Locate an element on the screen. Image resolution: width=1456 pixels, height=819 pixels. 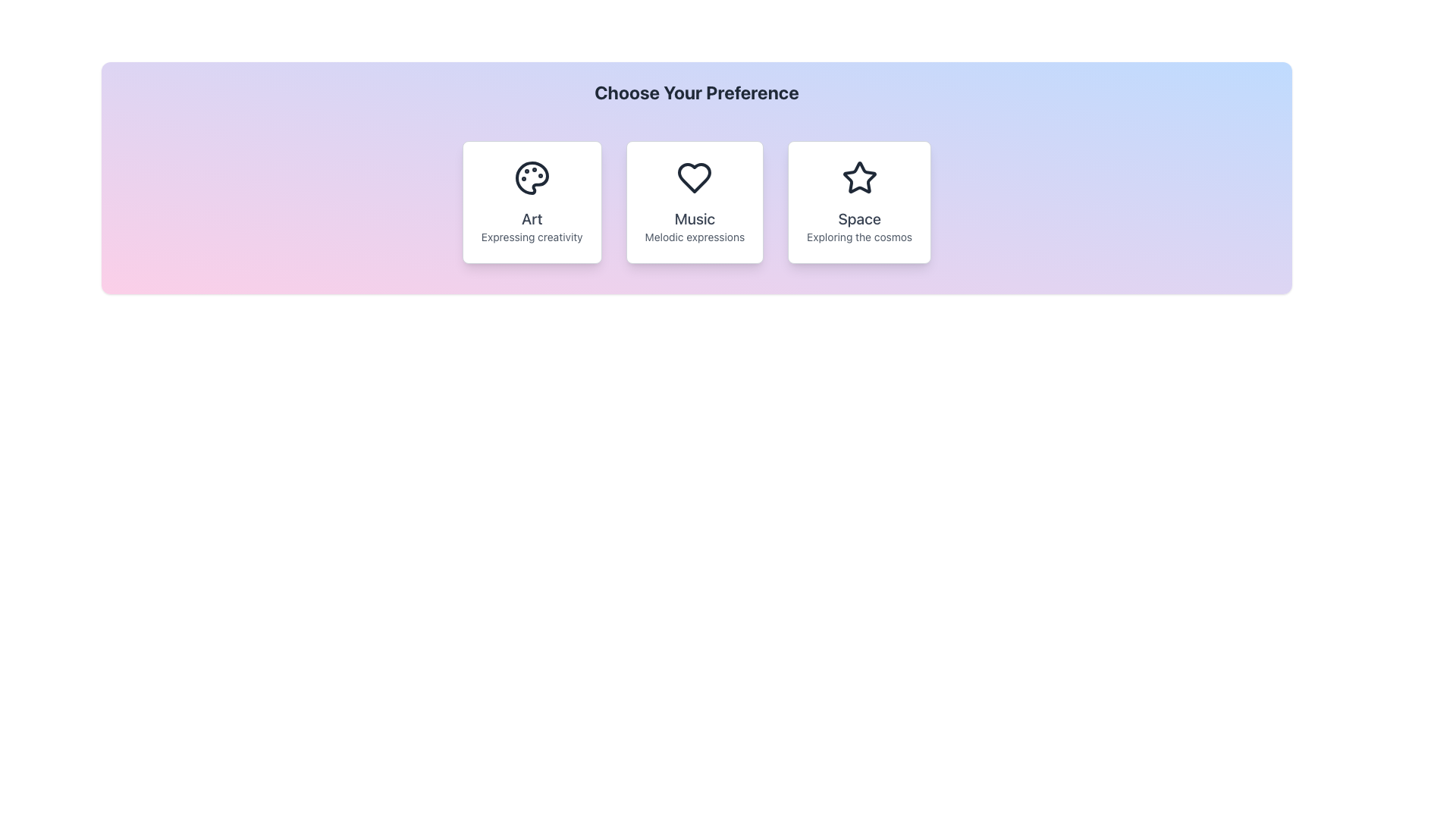
the 'Space' selectable card, which is the third card in a horizontal group is located at coordinates (859, 201).